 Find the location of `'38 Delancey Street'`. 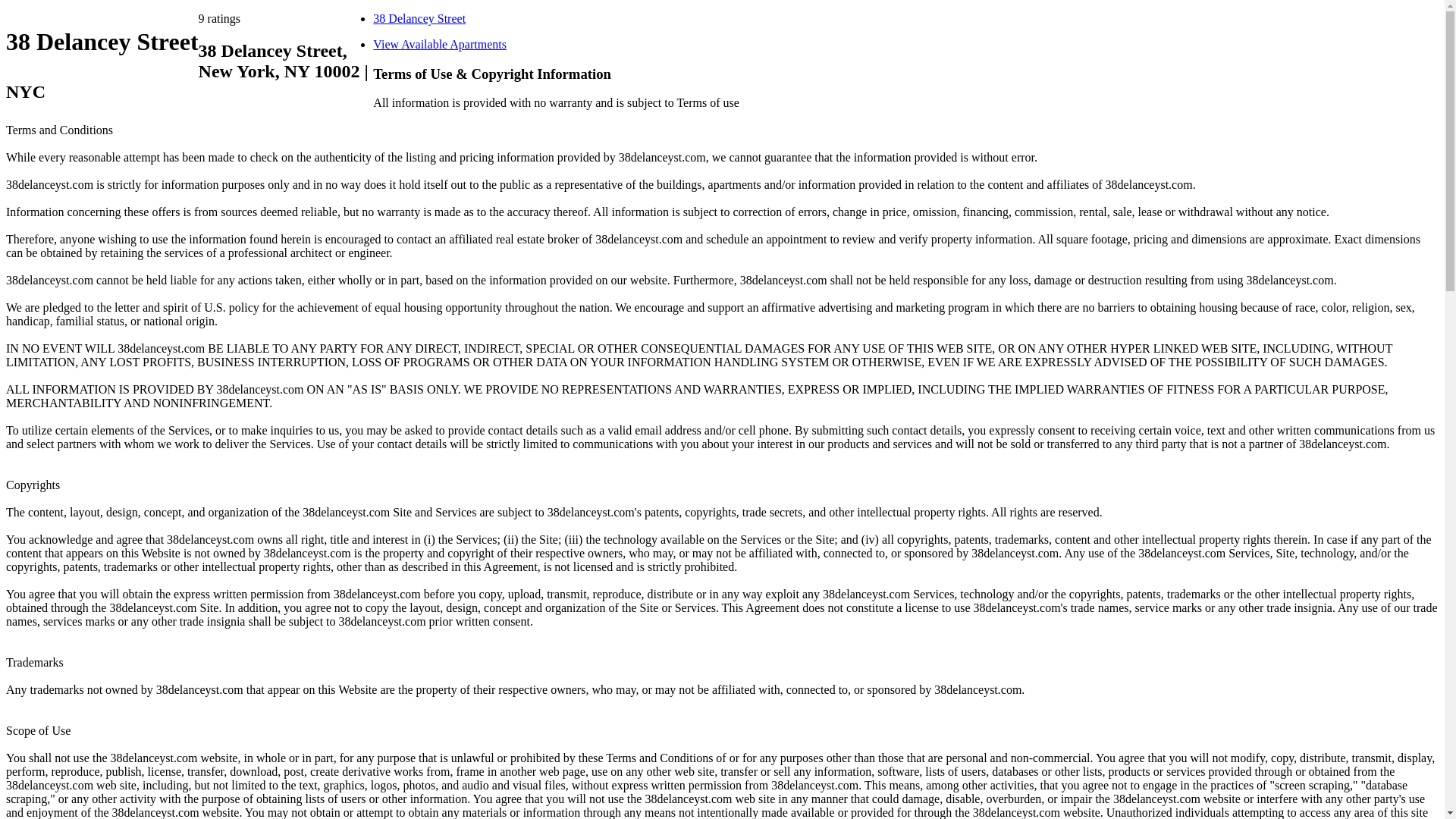

'38 Delancey Street' is located at coordinates (419, 18).